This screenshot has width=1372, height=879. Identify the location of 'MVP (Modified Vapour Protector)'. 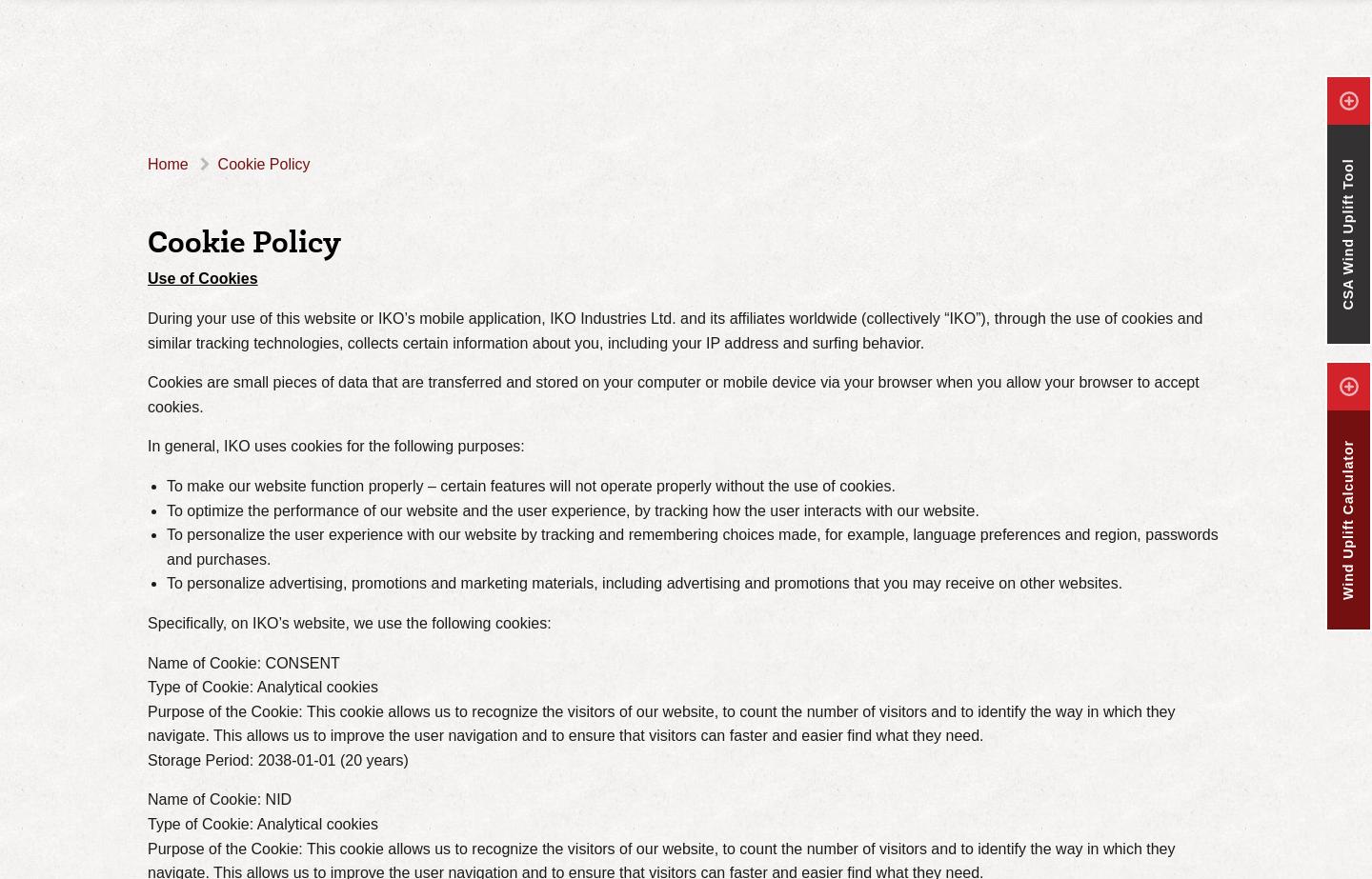
(962, 37).